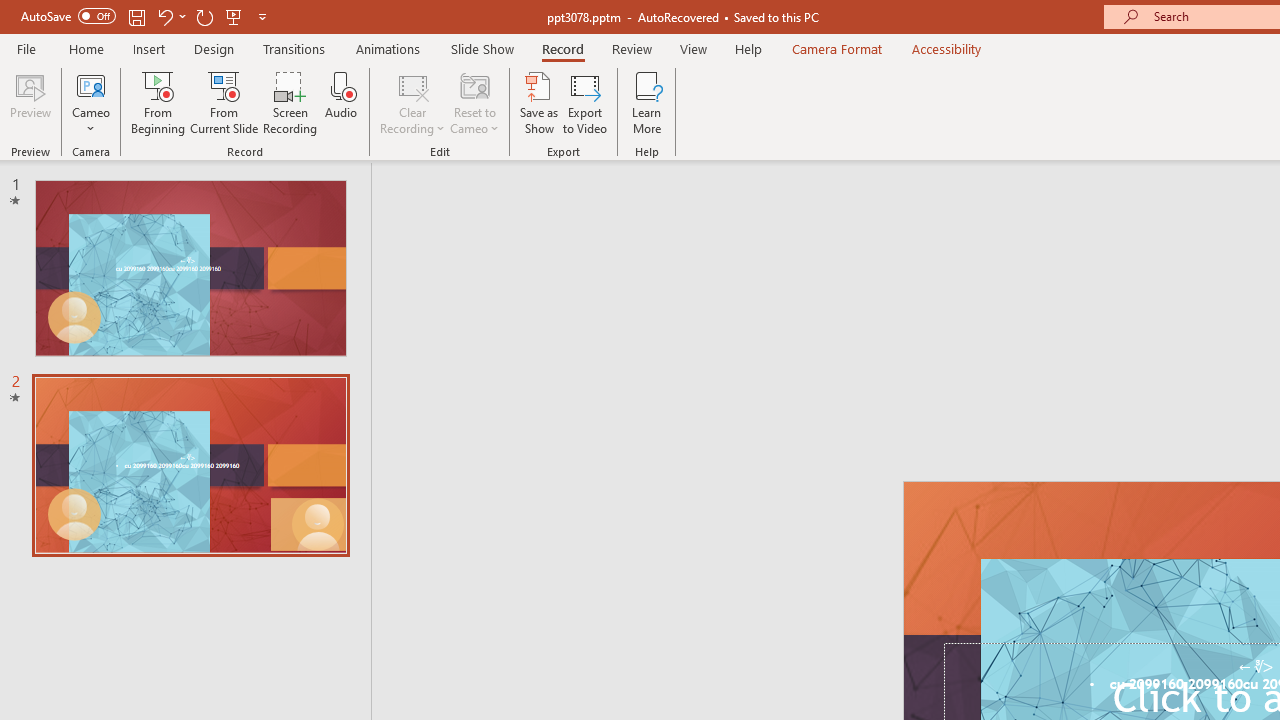  What do you see at coordinates (411, 103) in the screenshot?
I see `'Clear Recording'` at bounding box center [411, 103].